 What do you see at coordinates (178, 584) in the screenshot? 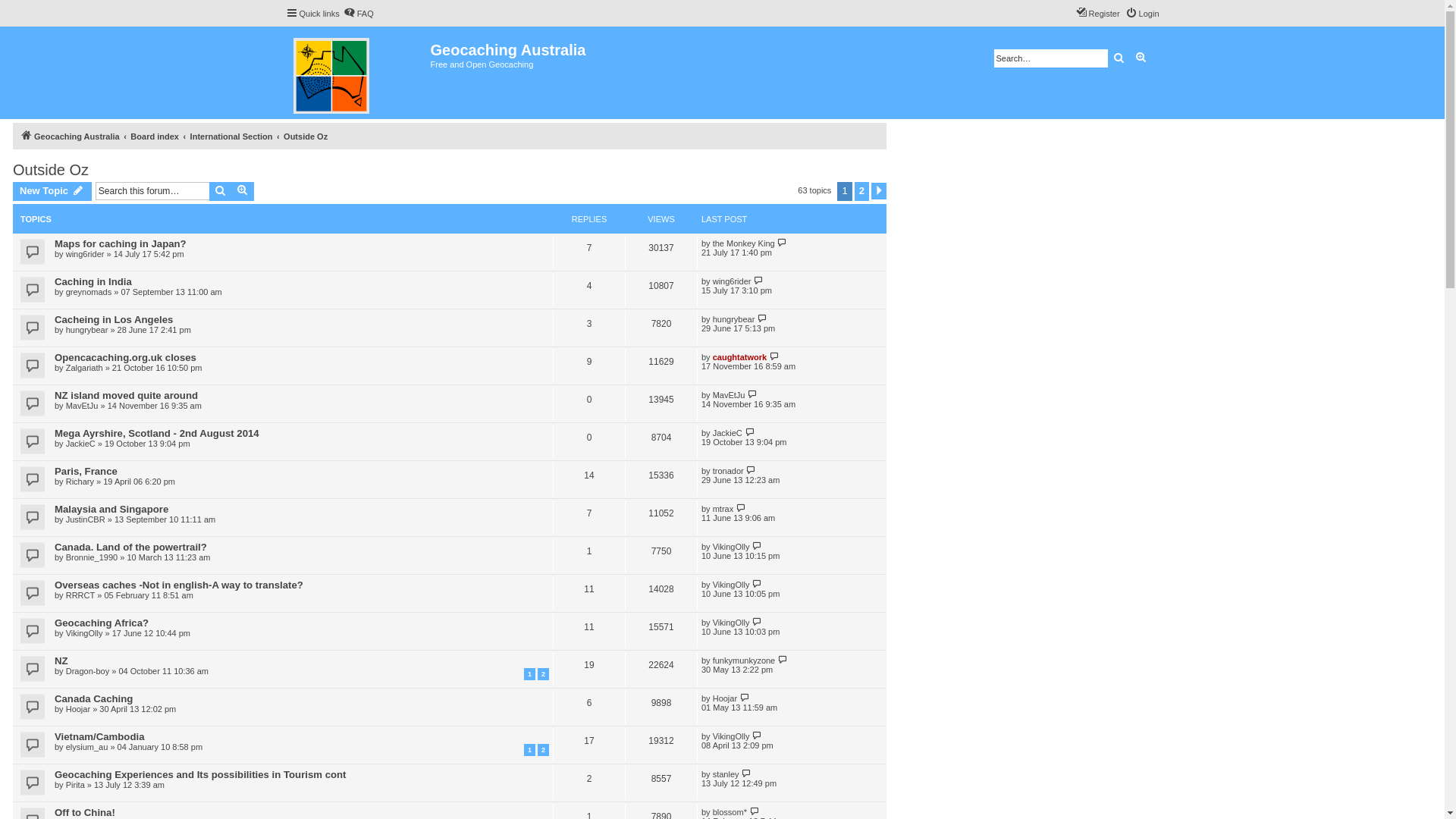
I see `'Overseas caches -Not in english-A way to translate?'` at bounding box center [178, 584].